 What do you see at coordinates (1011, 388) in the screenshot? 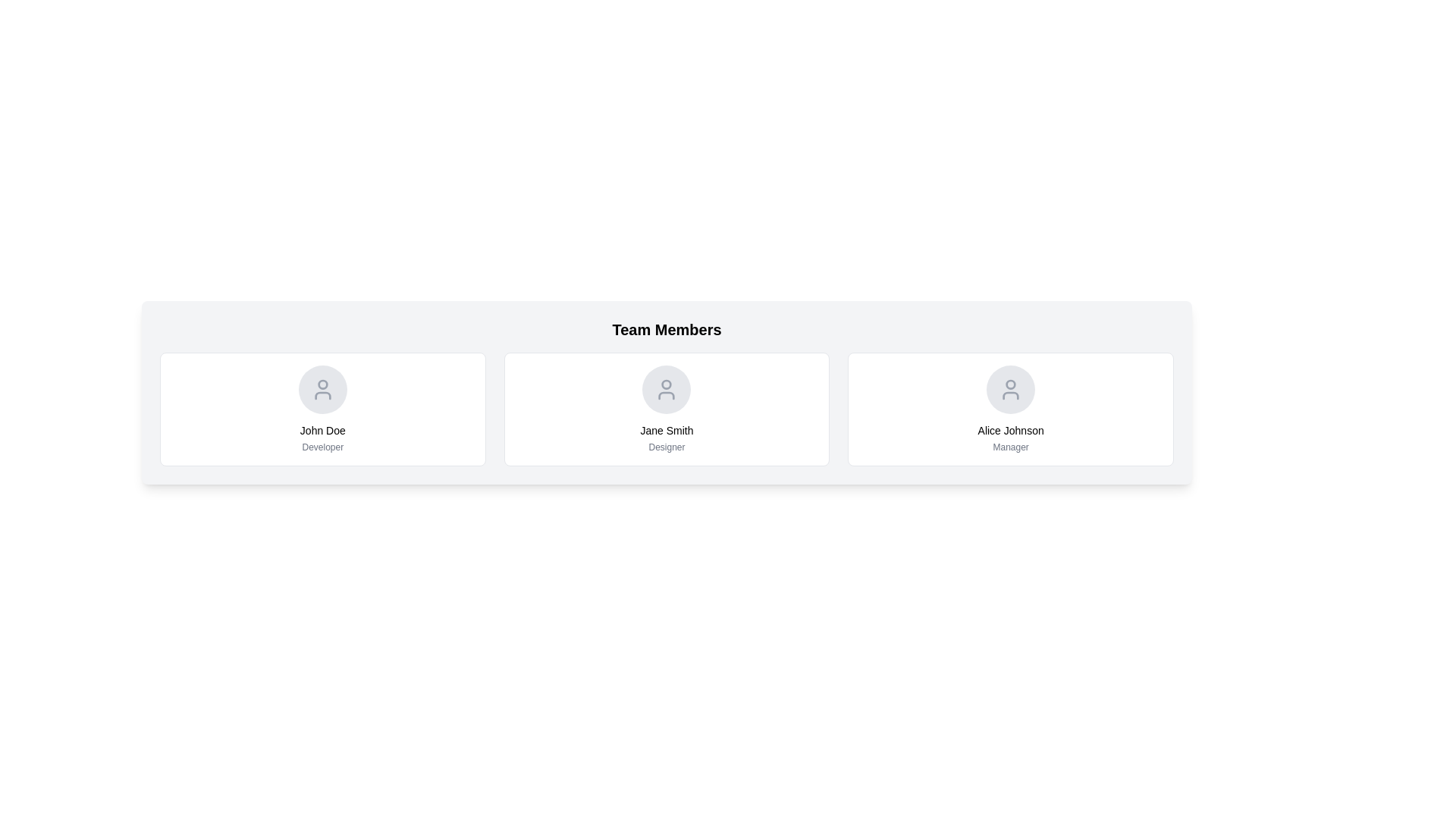
I see `the user icon, which is an outlined silhouette of a person in gray, located in the icon area of Alice Johnson's team member card` at bounding box center [1011, 388].